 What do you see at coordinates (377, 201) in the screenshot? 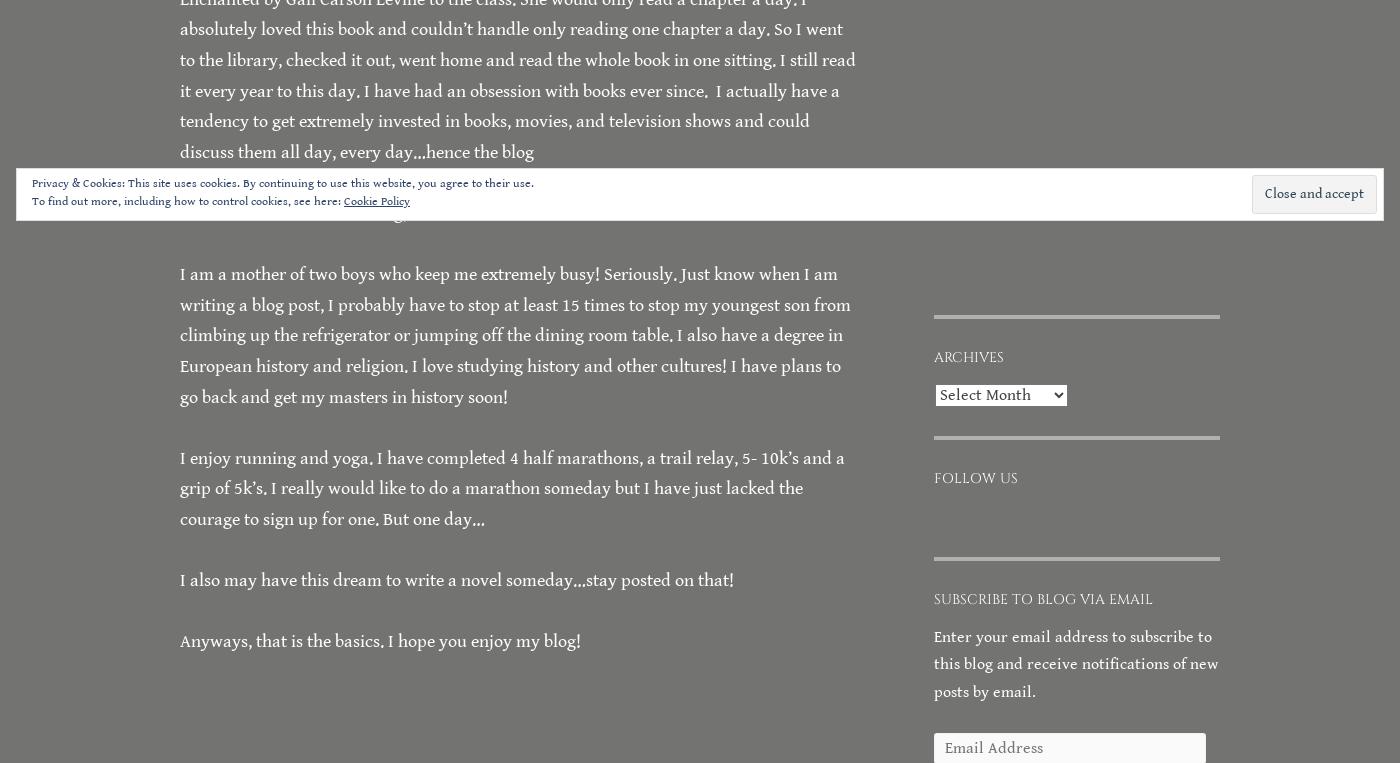
I see `'Cookie Policy'` at bounding box center [377, 201].